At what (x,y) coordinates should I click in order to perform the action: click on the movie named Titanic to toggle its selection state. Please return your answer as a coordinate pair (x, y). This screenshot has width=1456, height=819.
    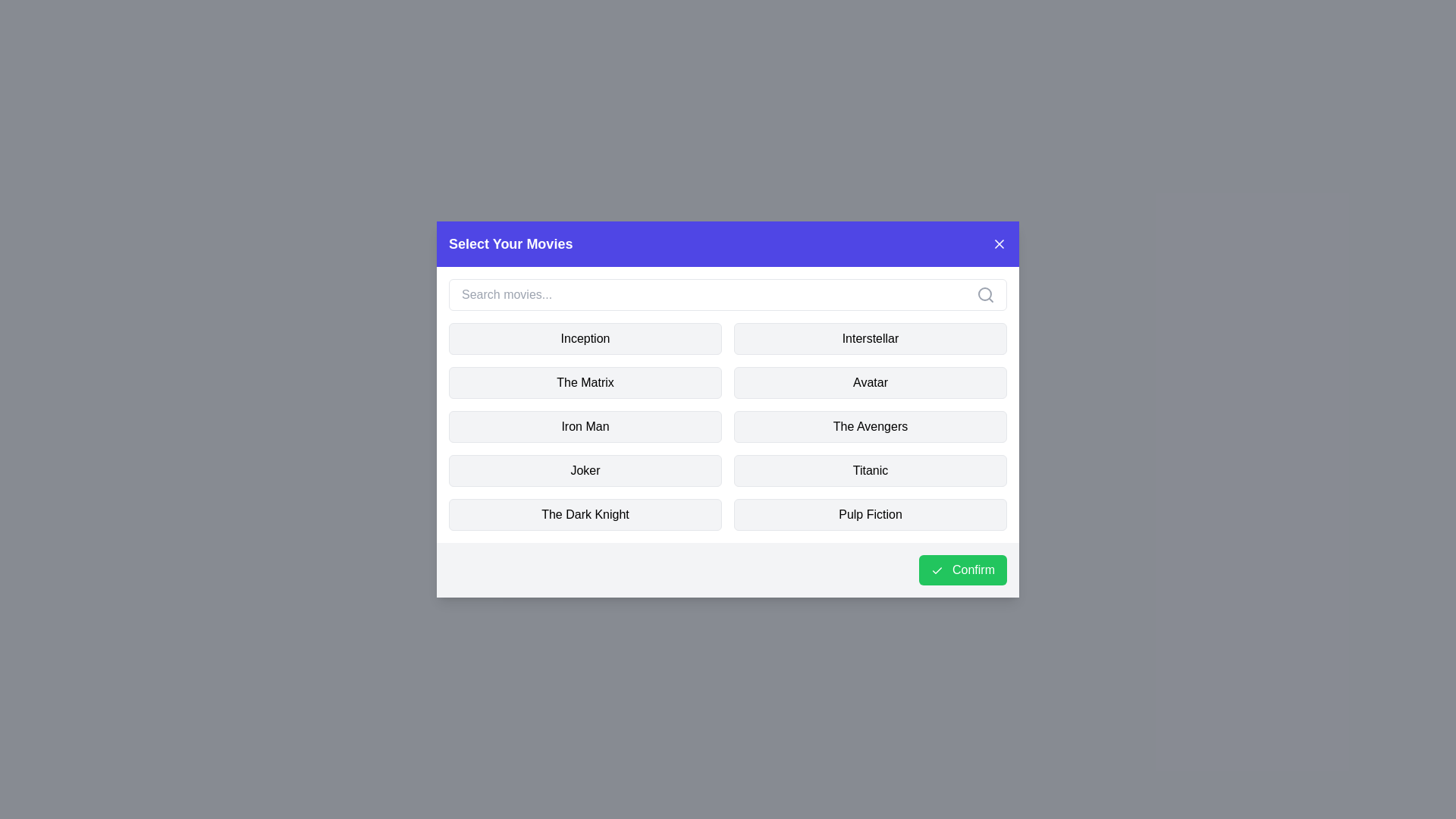
    Looking at the image, I should click on (870, 470).